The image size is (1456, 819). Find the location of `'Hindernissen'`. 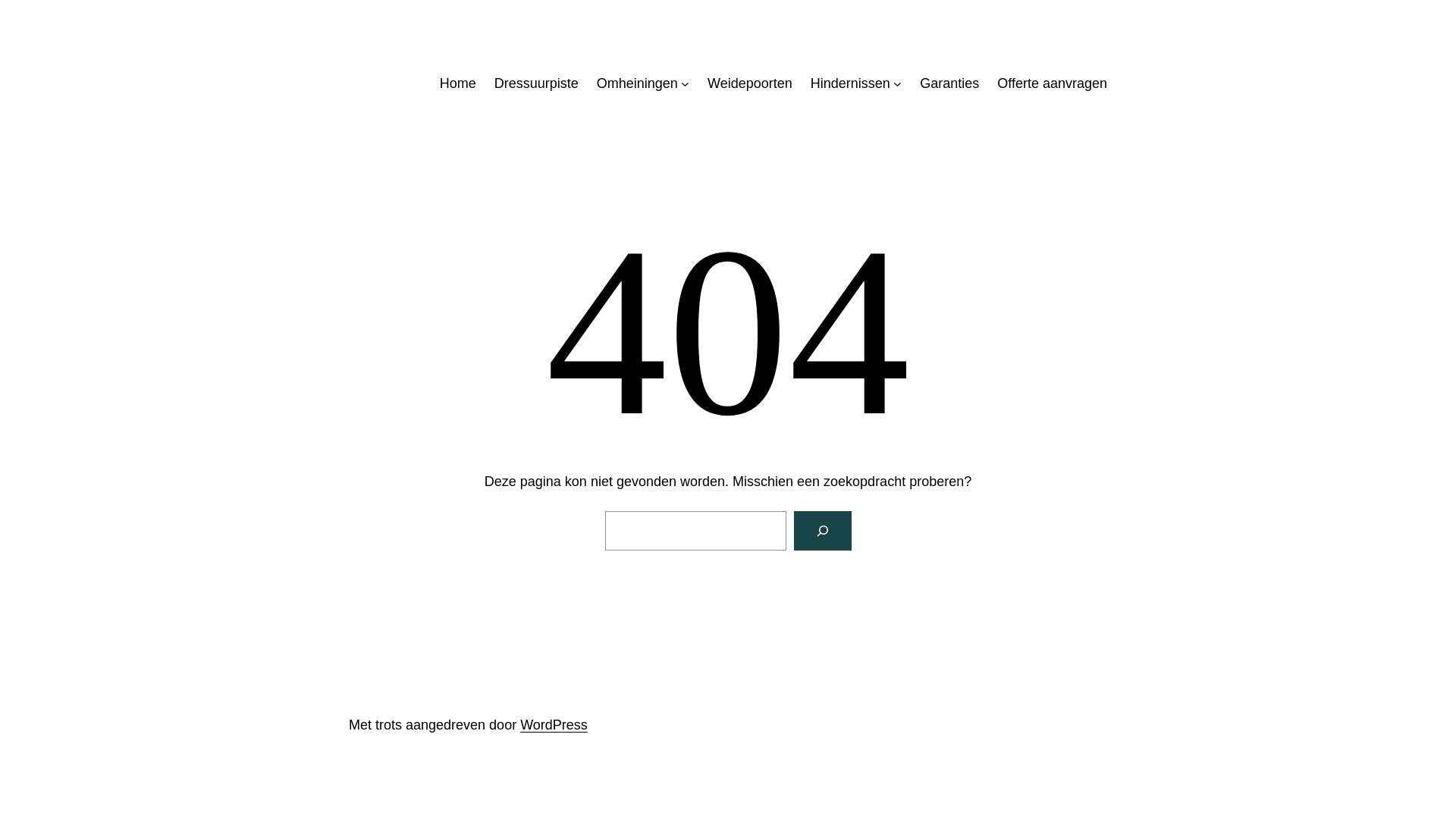

'Hindernissen' is located at coordinates (850, 83).